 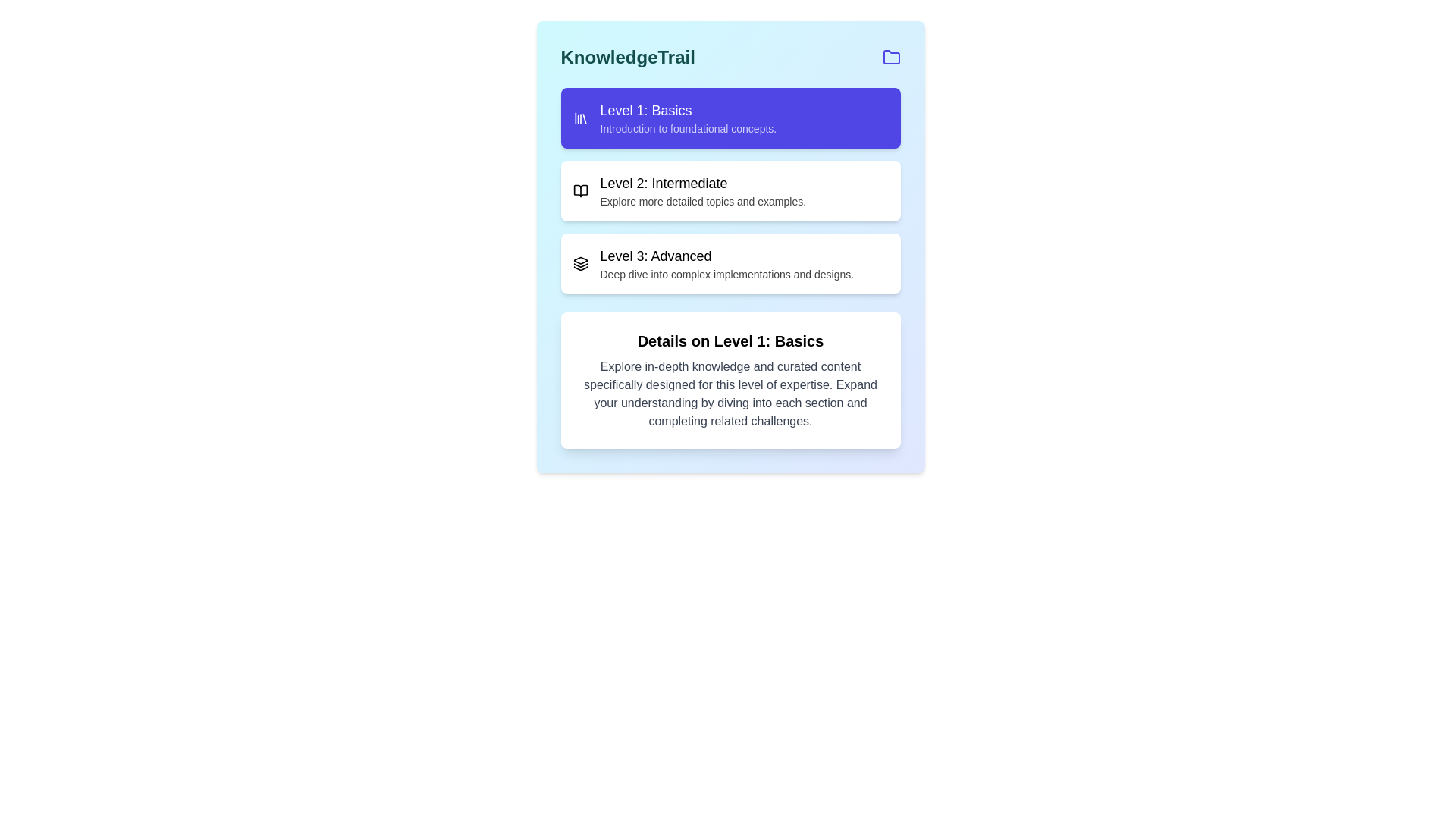 What do you see at coordinates (726, 275) in the screenshot?
I see `the descriptive text that reads 'Deep dive into complex implementations and designs.' located directly below the 'Level 3: Advanced' header` at bounding box center [726, 275].